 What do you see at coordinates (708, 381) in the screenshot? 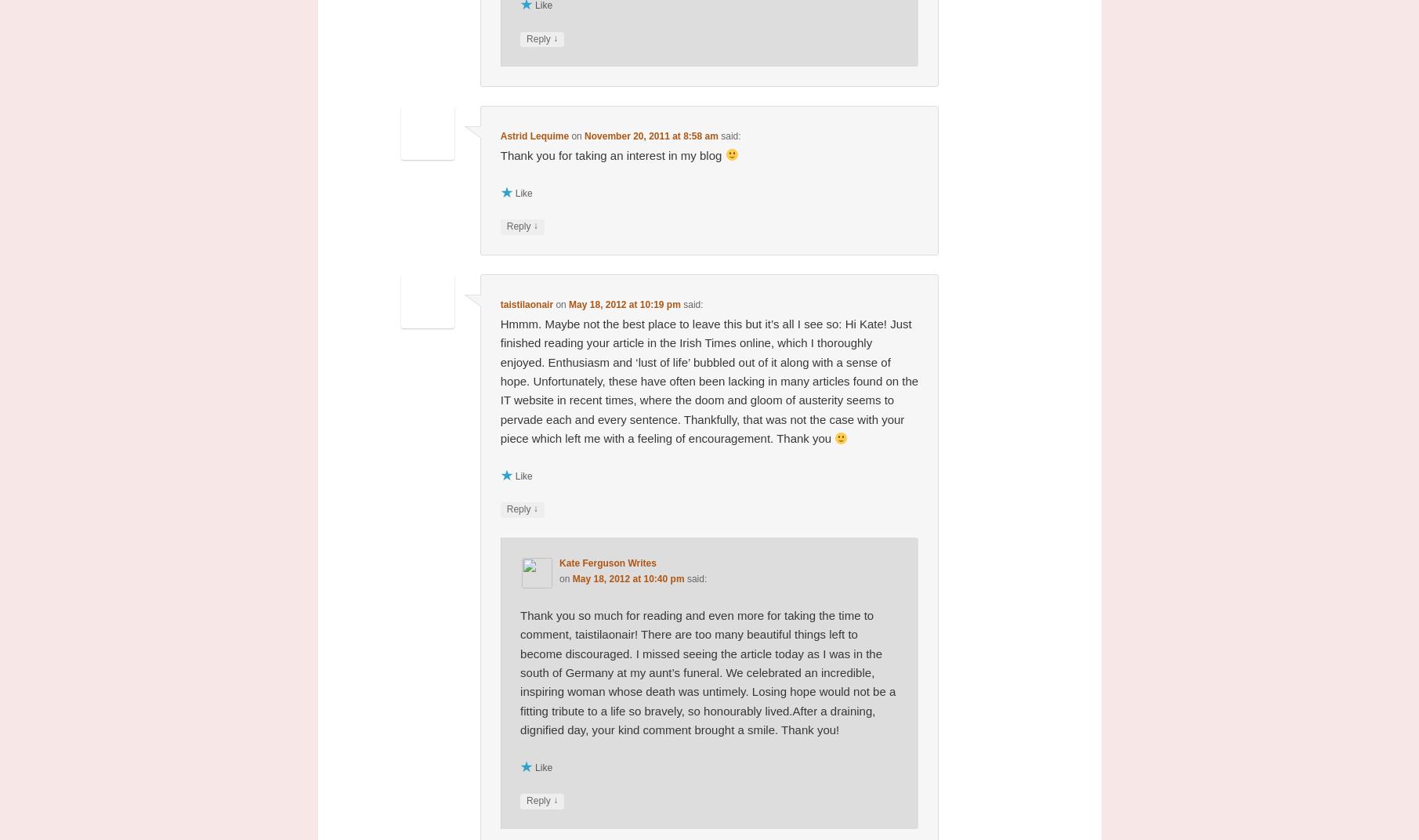
I see `'Hmmm. Maybe not the best place to leave this but it’s all I see so: Hi Kate! Just finished reading your article in the Irish Times online, which I thoroughly enjoyed. Enthusiasm and ‘lust of life’ bubbled out of it along with a sense of hope. Unfortunately, these have often been lacking in many articles found on the IT website in recent times, where the doom and gloom of austerity seems to pervade each and every sentence. Thankfully, that was not the case with your piece which left me with a feeling of encouragement. Thank you'` at bounding box center [708, 381].